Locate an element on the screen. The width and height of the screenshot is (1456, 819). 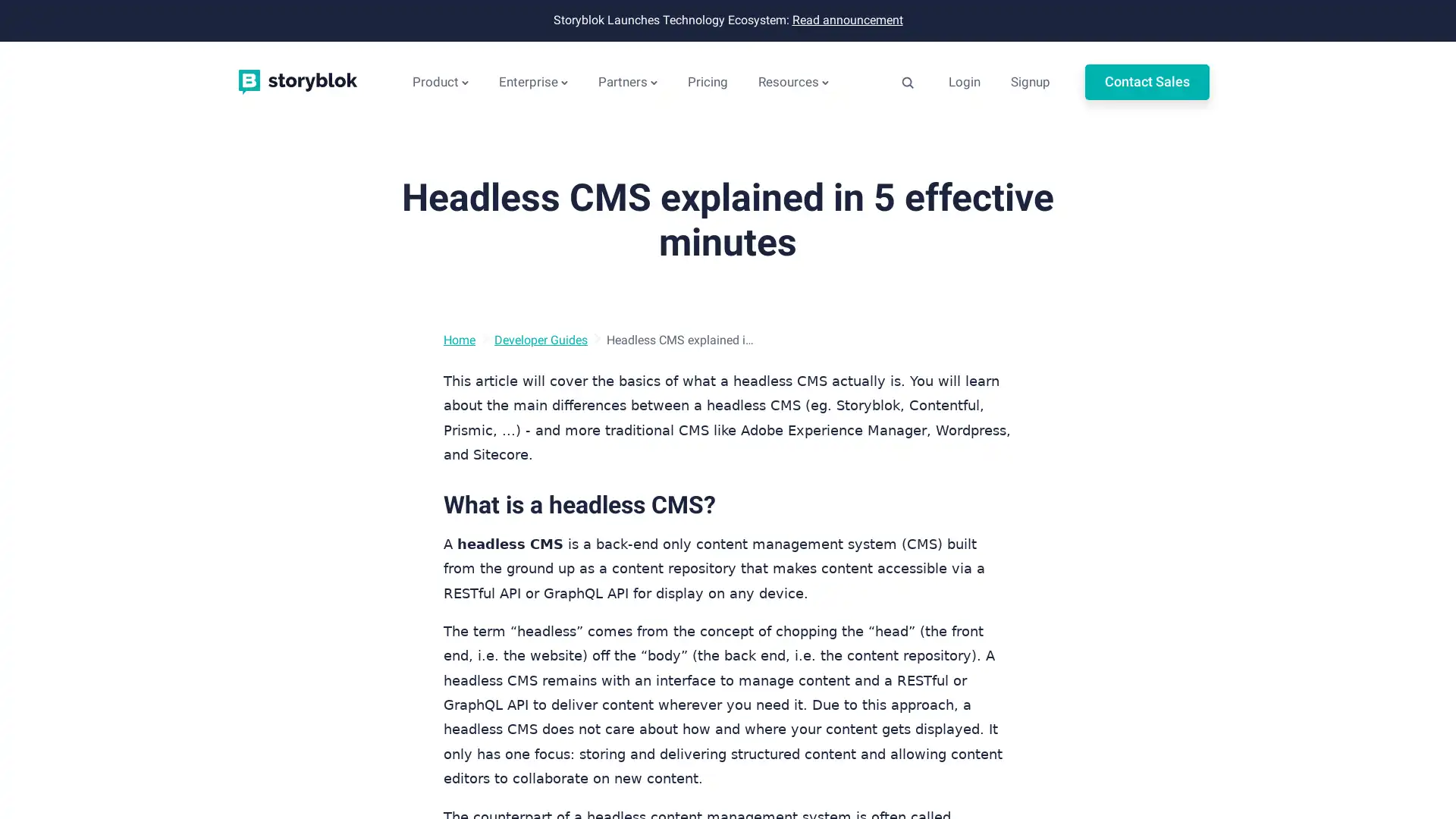
Resources is located at coordinates (792, 82).